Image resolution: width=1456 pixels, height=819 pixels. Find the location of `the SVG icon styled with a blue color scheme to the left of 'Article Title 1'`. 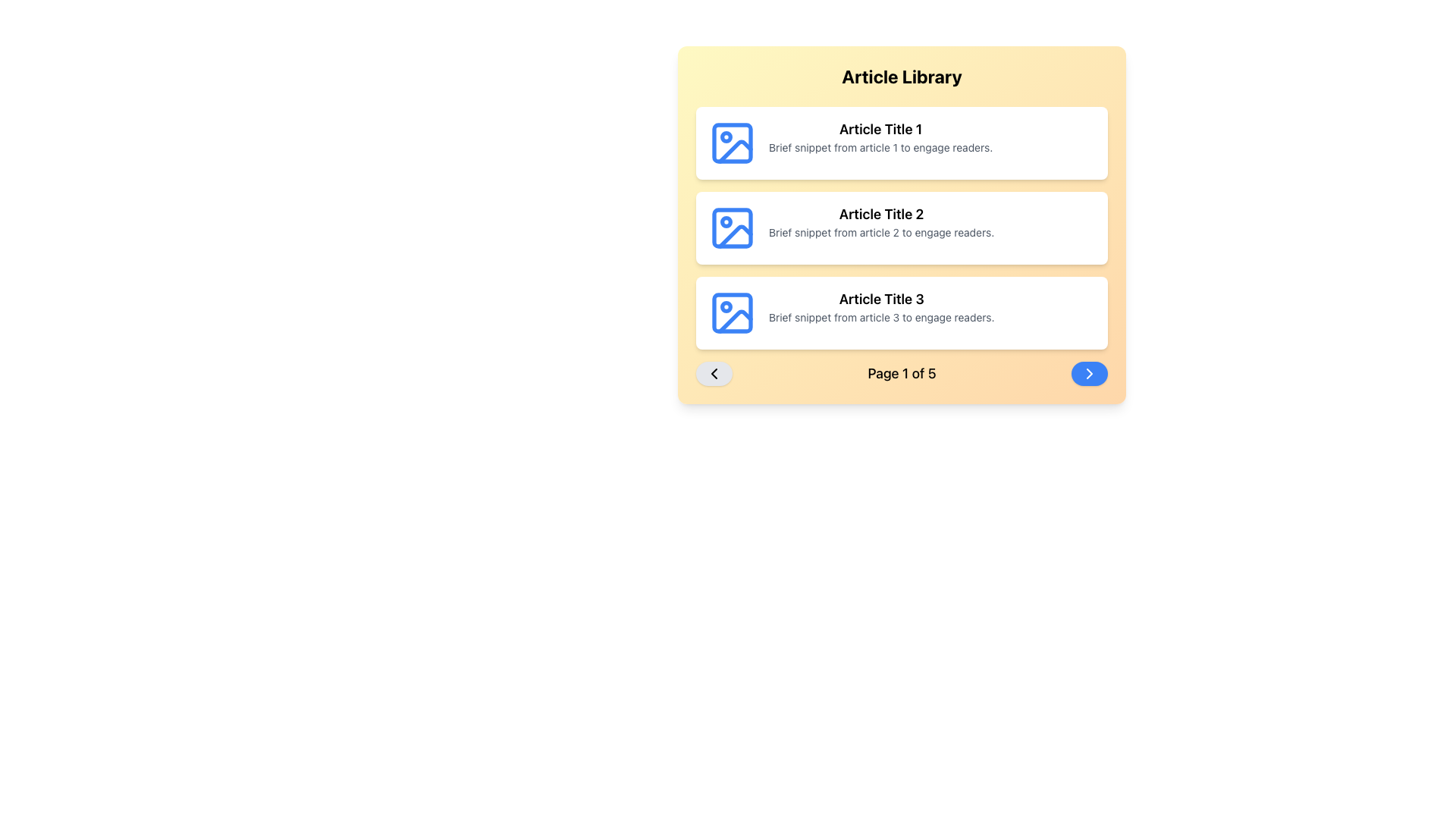

the SVG icon styled with a blue color scheme to the left of 'Article Title 1' is located at coordinates (732, 143).